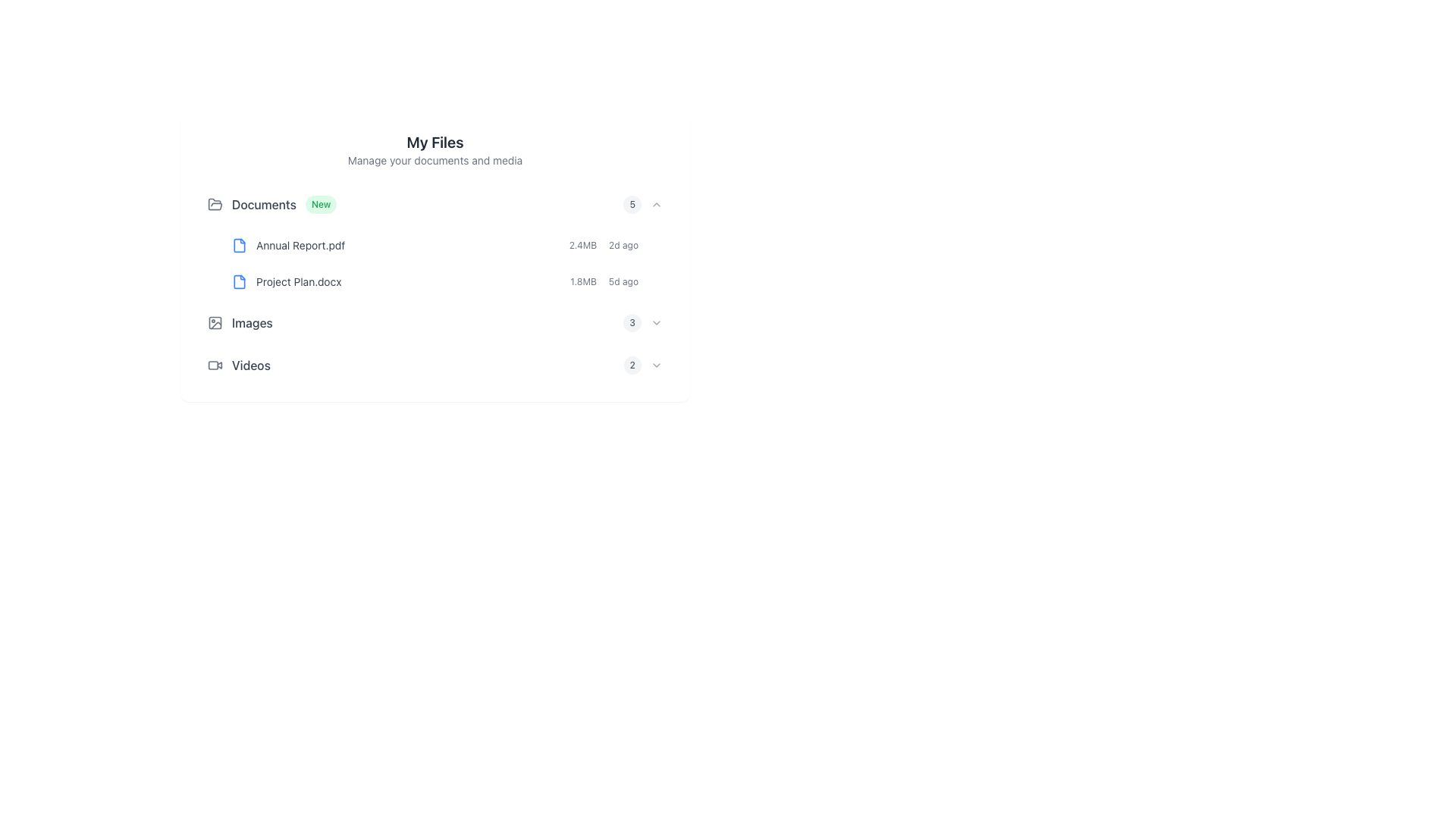  What do you see at coordinates (632, 205) in the screenshot?
I see `the badge indicating the count of items in the 'Documents' section, located to the right of the section header and before the downward-facing chevron icon` at bounding box center [632, 205].